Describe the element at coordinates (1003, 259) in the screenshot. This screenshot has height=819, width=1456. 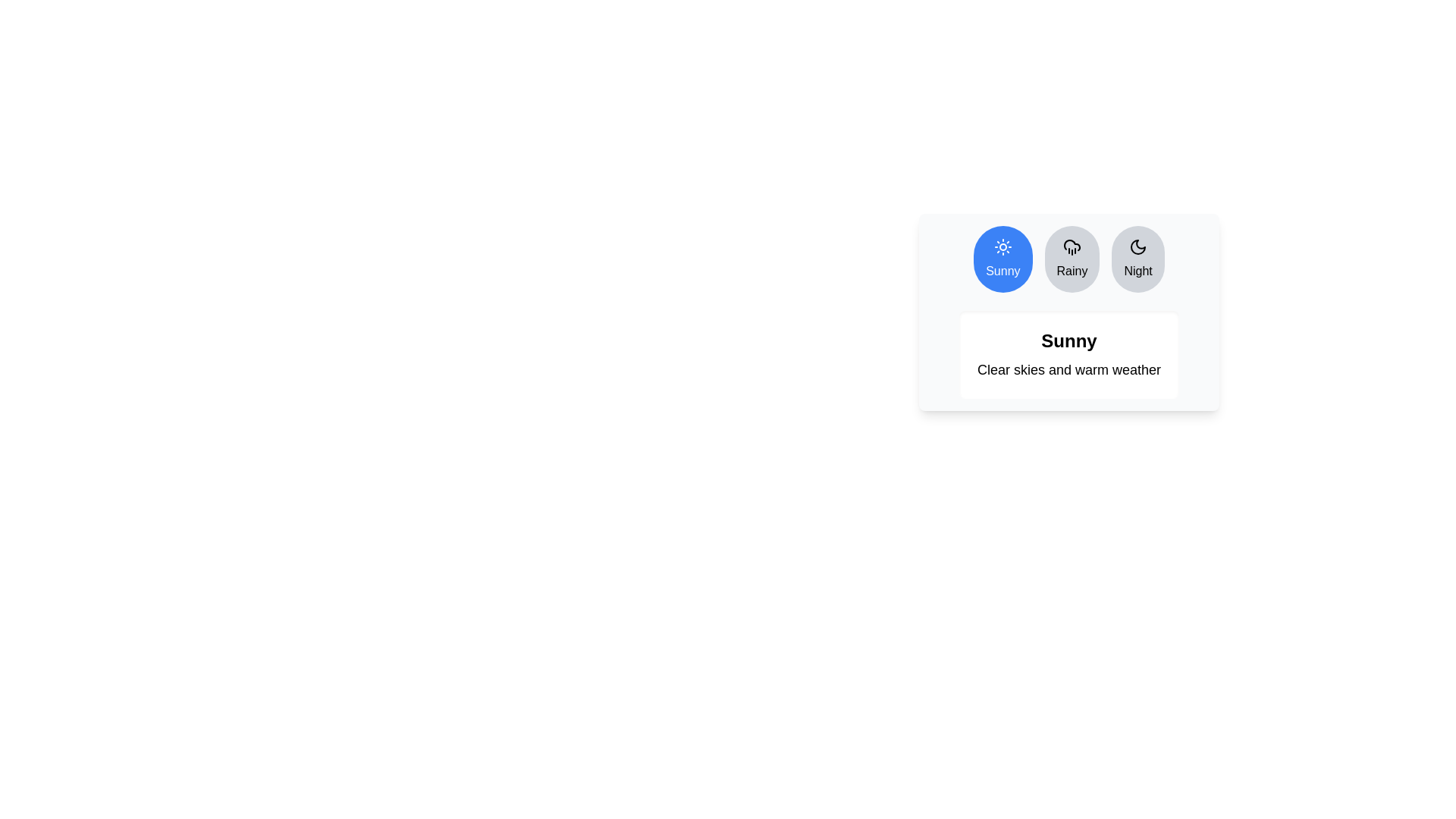
I see `the tab labeled Sunny to switch to it` at that location.